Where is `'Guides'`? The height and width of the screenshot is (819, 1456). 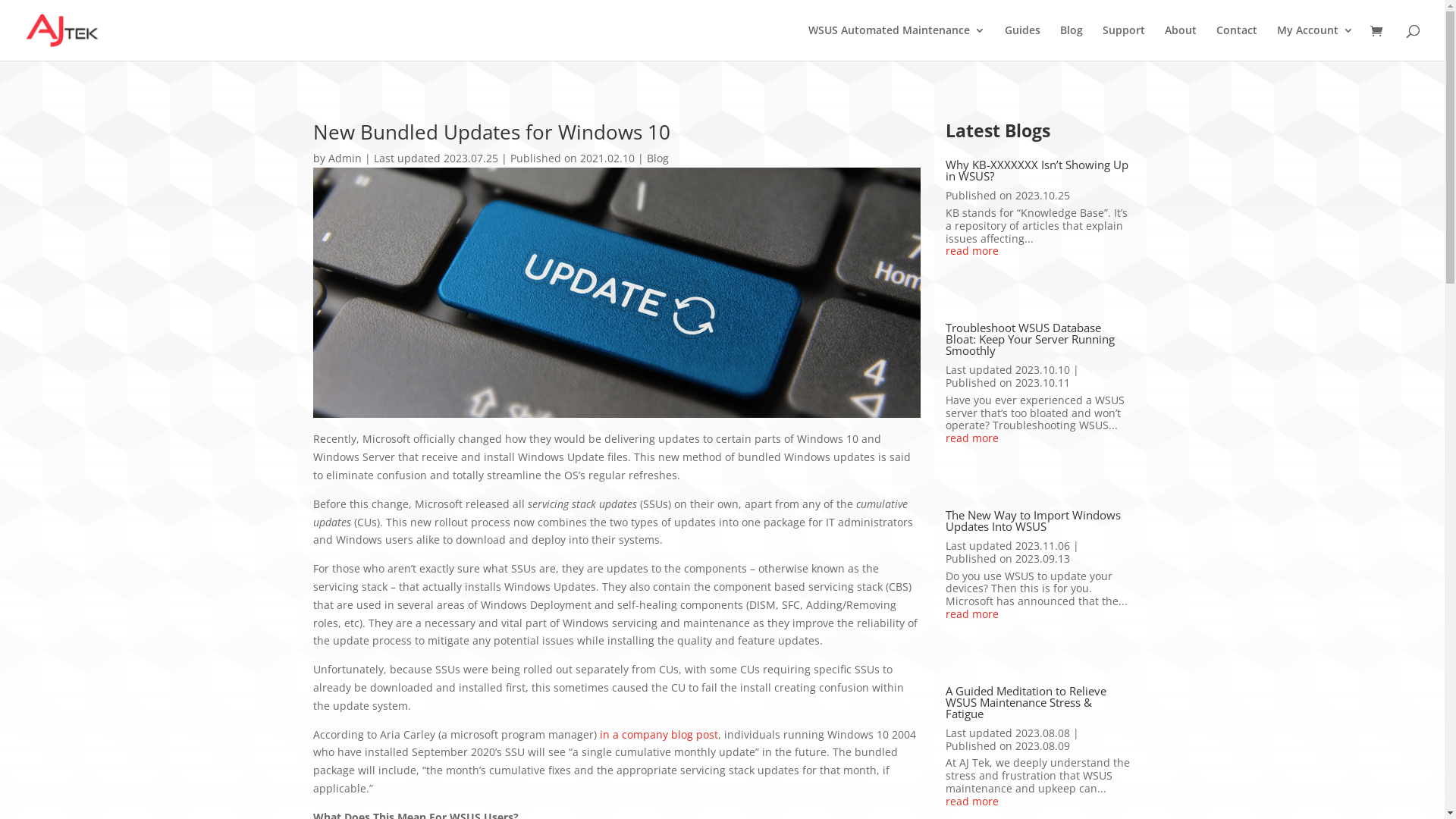 'Guides' is located at coordinates (1022, 42).